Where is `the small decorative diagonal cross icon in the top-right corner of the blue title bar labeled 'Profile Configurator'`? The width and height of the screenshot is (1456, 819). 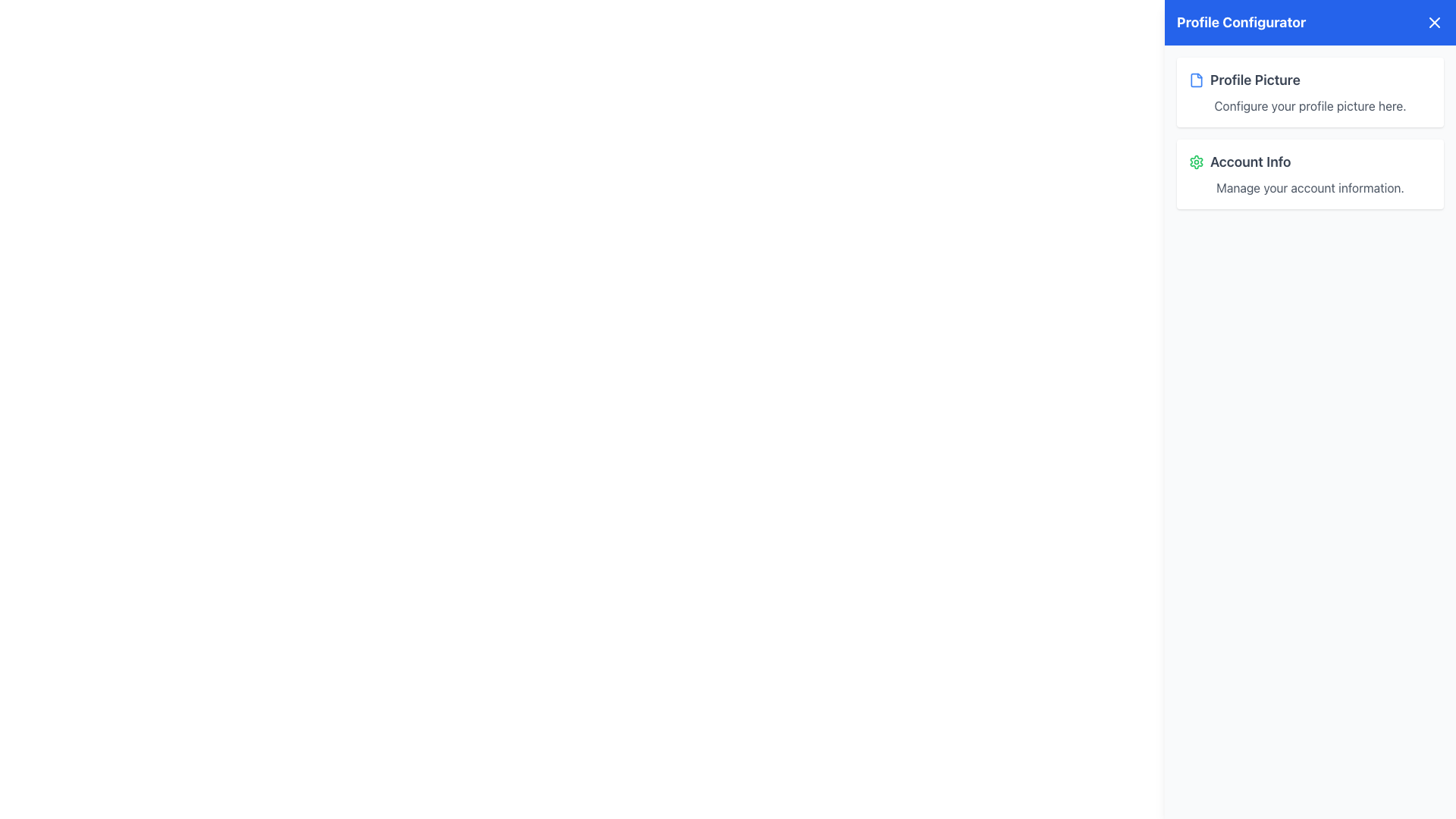
the small decorative diagonal cross icon in the top-right corner of the blue title bar labeled 'Profile Configurator' is located at coordinates (1433, 23).